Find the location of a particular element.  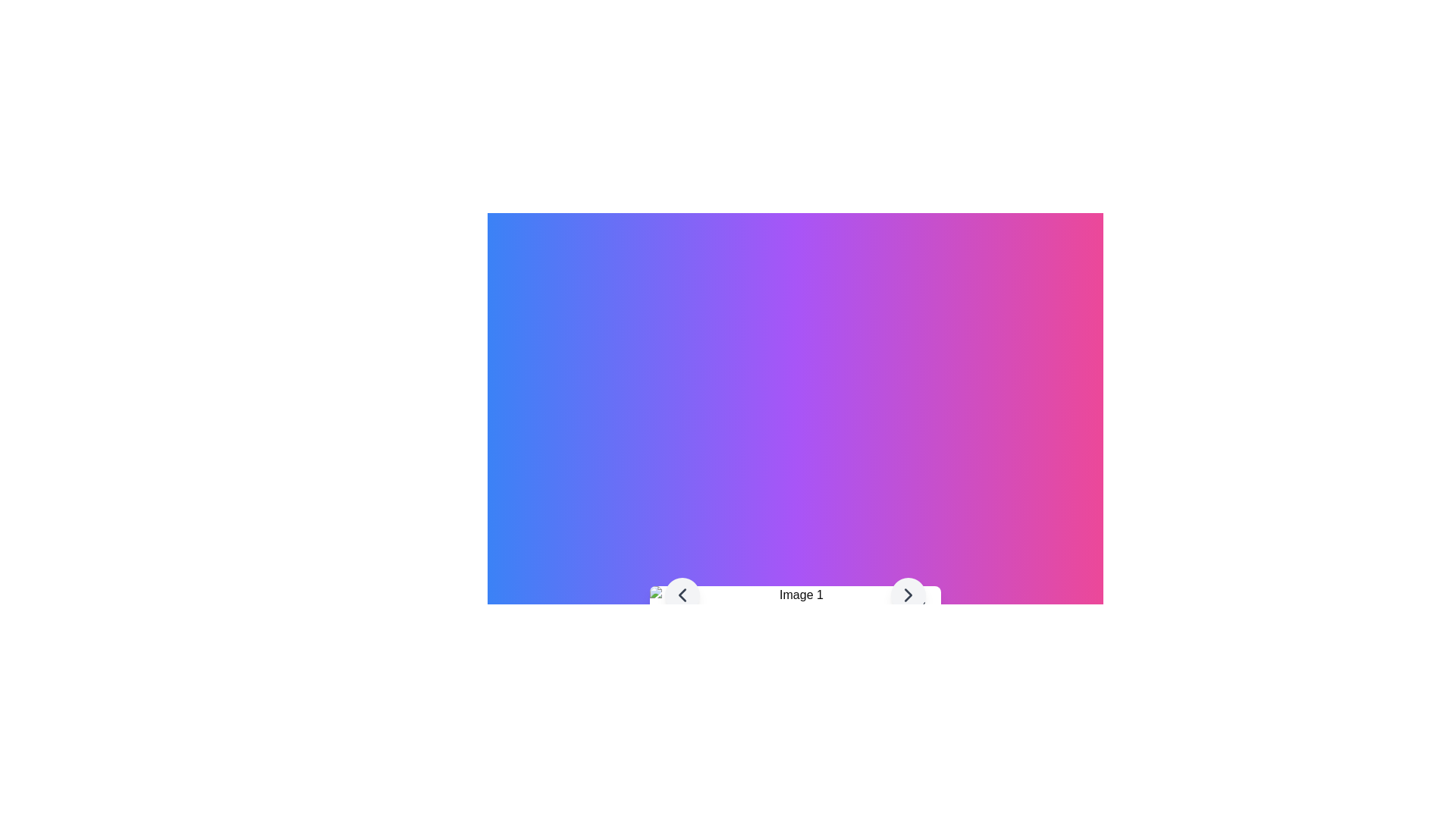

the navigational button located on the left side of the group is located at coordinates (682, 595).